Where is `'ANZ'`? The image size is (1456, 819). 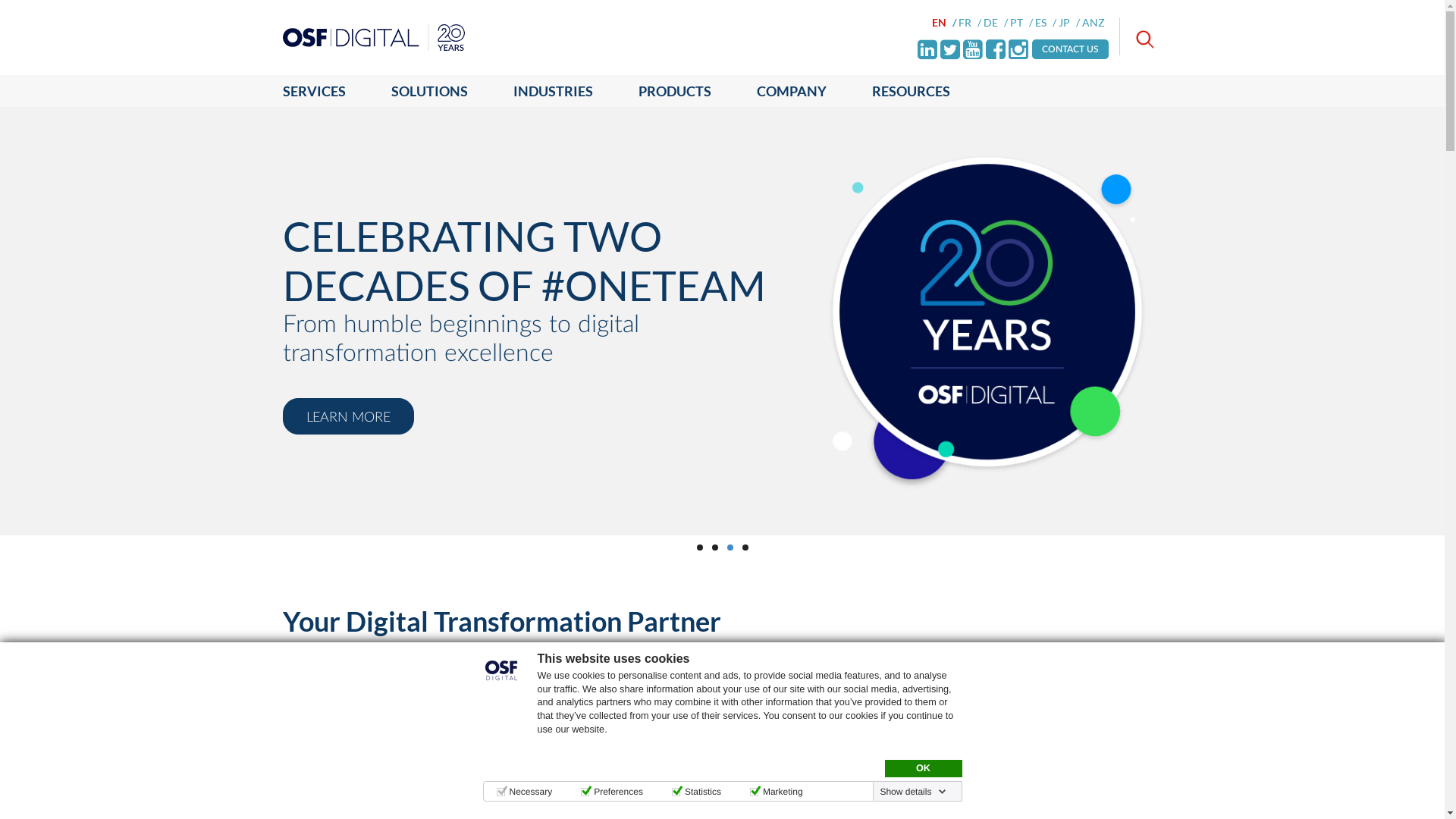 'ANZ' is located at coordinates (1095, 22).